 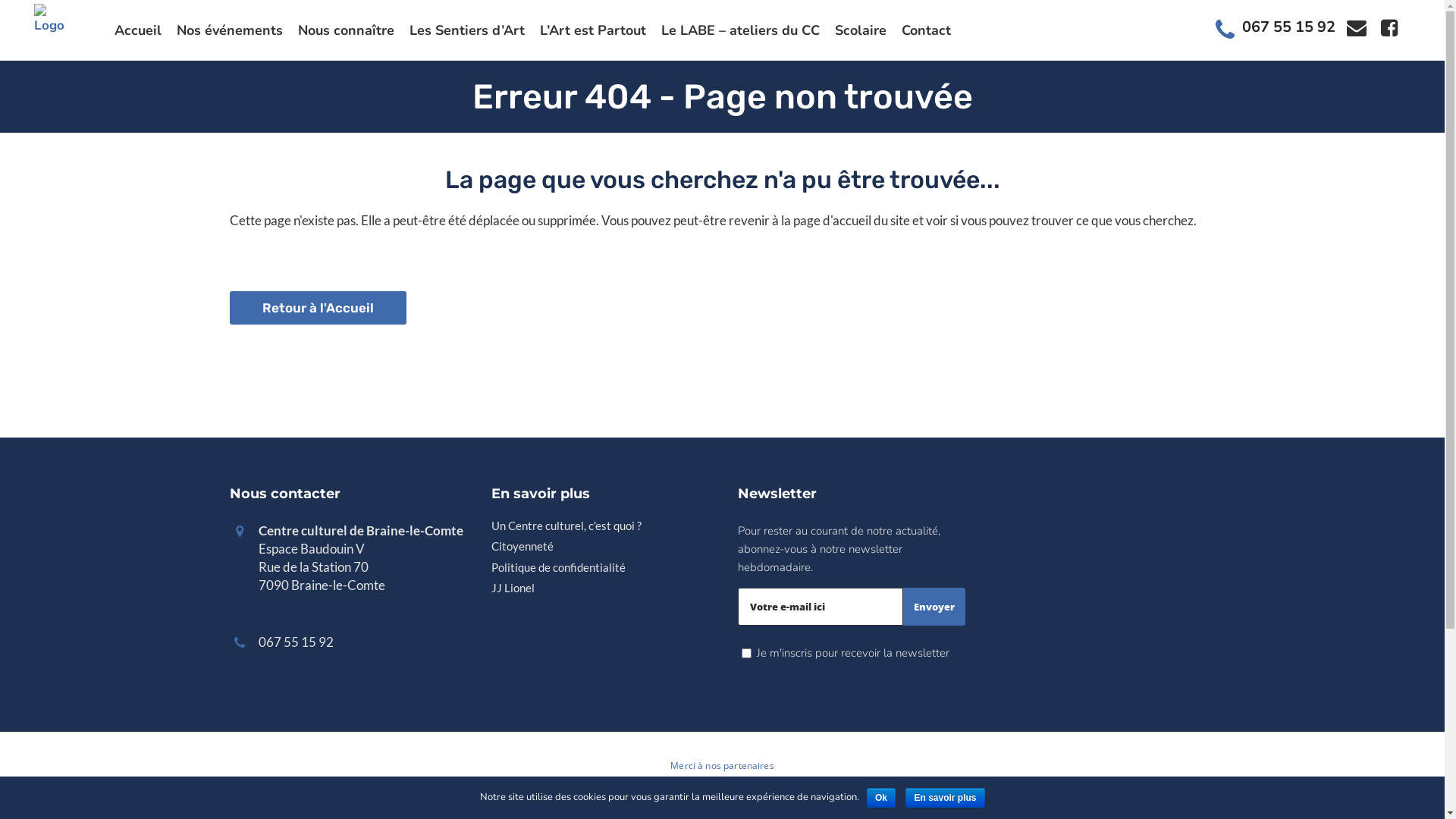 What do you see at coordinates (1288, 27) in the screenshot?
I see `'067 55 15 92'` at bounding box center [1288, 27].